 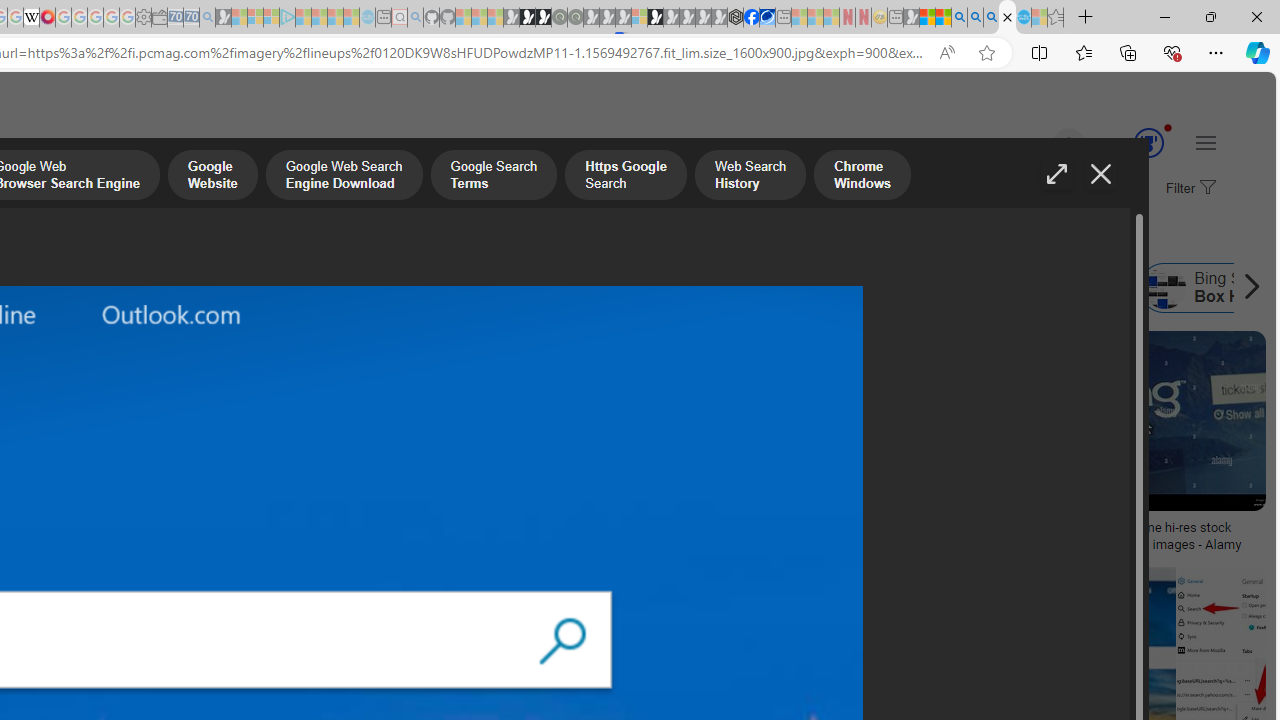 I want to click on 'github - Search - Sleeping', so click(x=415, y=17).